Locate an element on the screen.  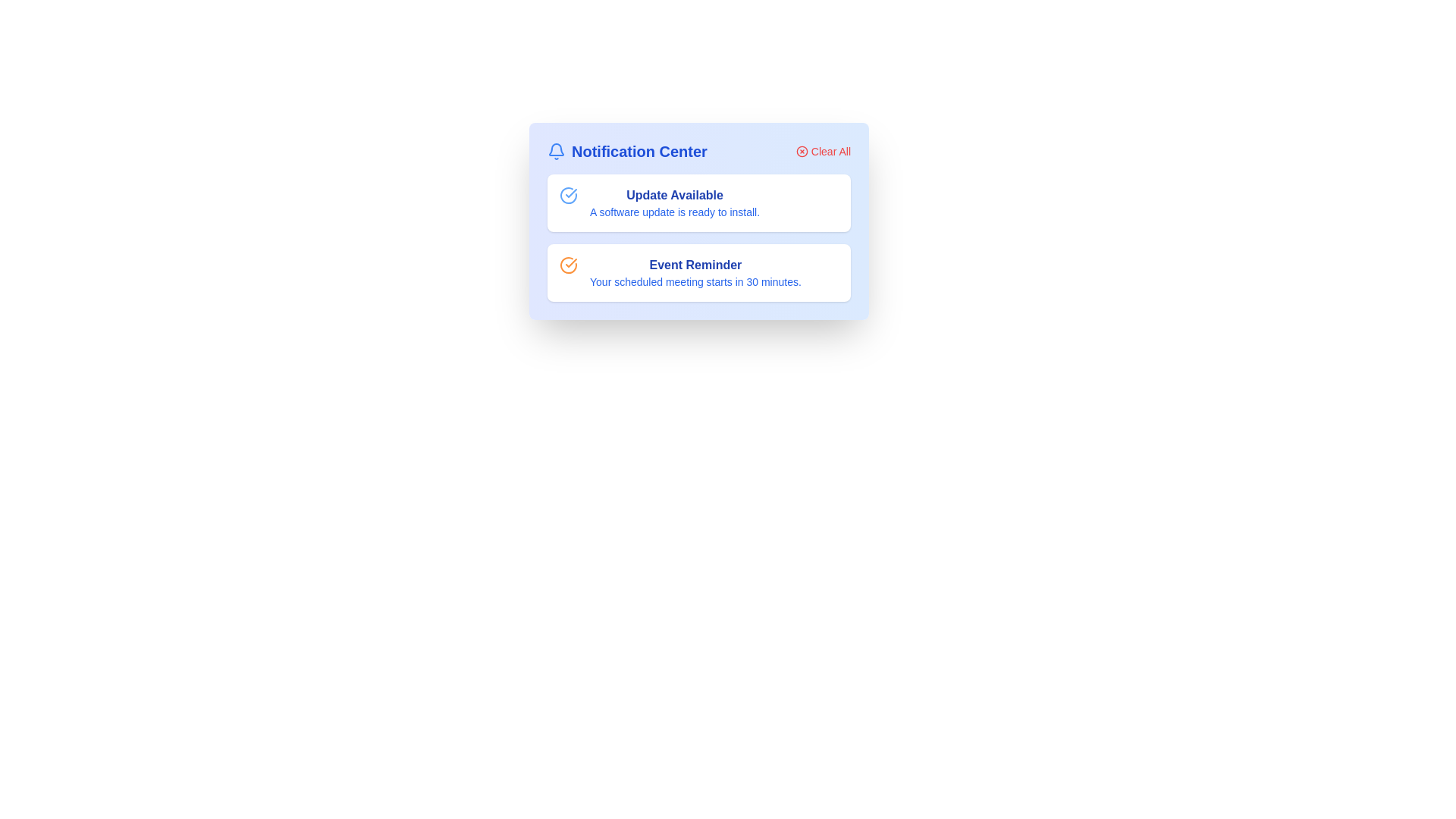
informational text block displaying 'Update Available.' and 'A software update is ready to install.' located within the Notification Center is located at coordinates (674, 202).